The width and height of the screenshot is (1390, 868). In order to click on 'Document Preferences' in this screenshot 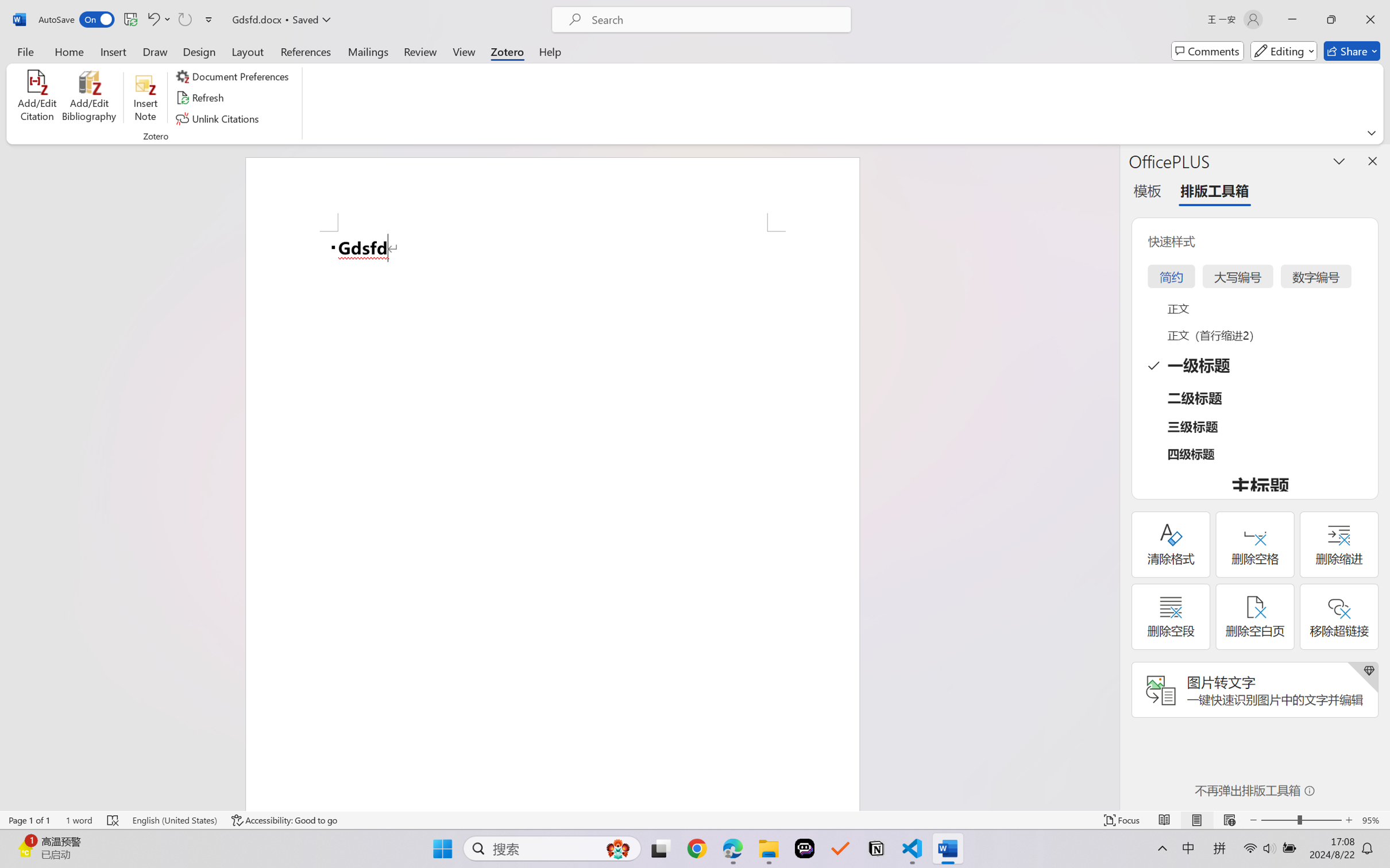, I will do `click(233, 75)`.